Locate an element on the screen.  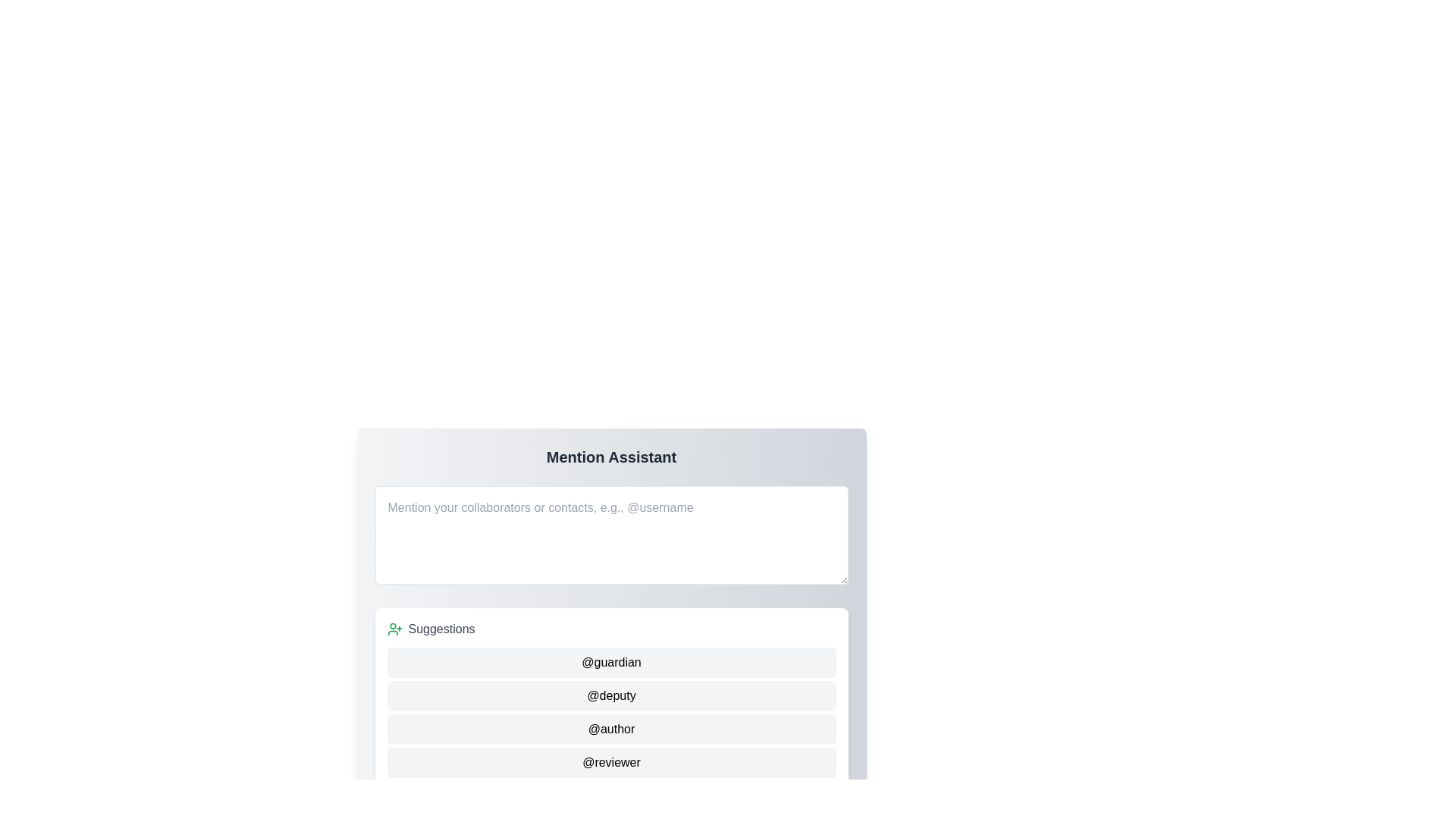
to select the '@author' option in the Suggestions section of the Mention Assistant interface is located at coordinates (611, 728).